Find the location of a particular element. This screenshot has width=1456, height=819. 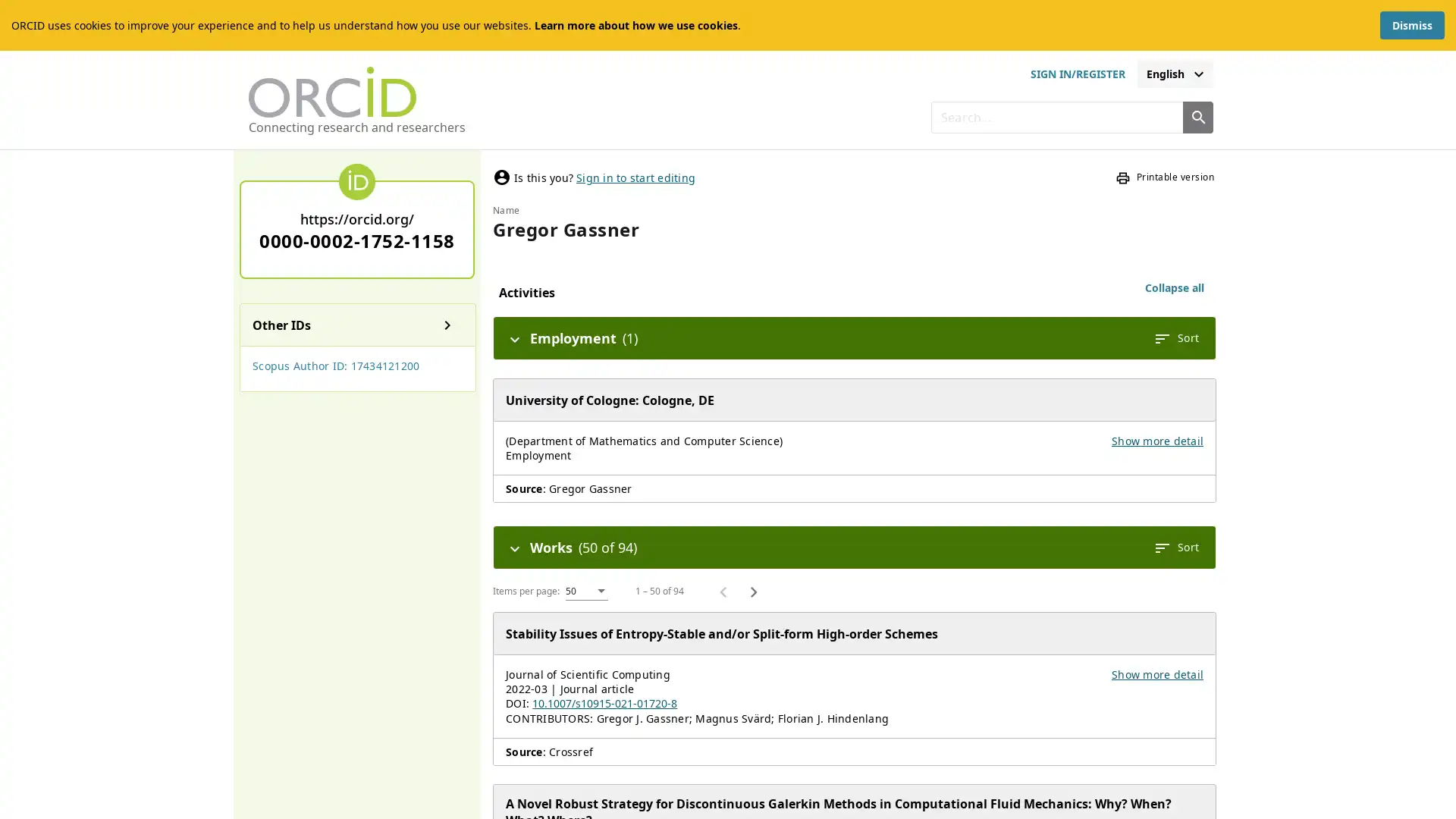

Show more detail is located at coordinates (1156, 673).